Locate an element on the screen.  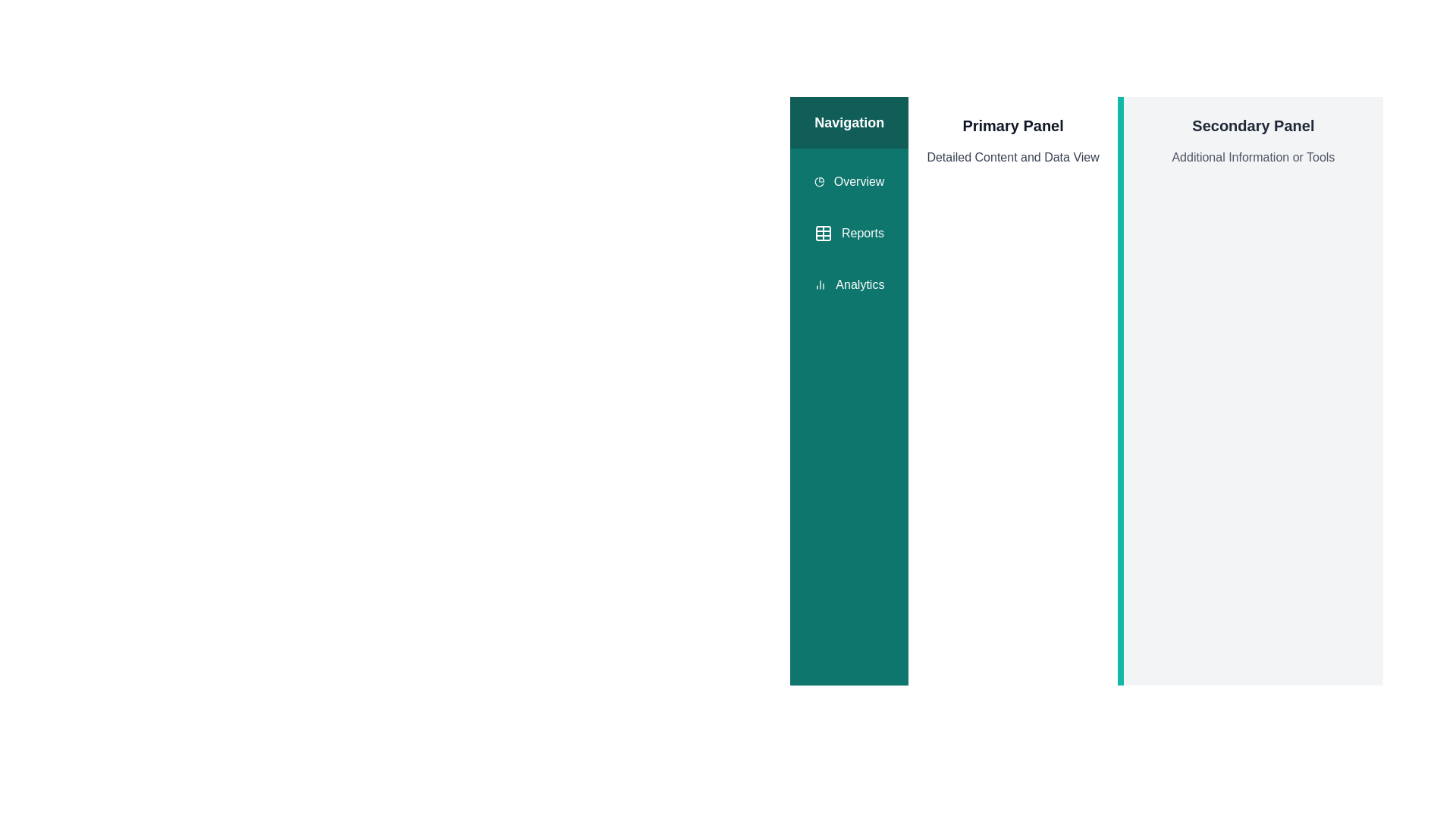
the heading or title element located at the top of the 'Secondary Panel' section, positioned above the text 'Additional Information or Tools' and aligned towards the upper right corner of the interface is located at coordinates (1253, 124).